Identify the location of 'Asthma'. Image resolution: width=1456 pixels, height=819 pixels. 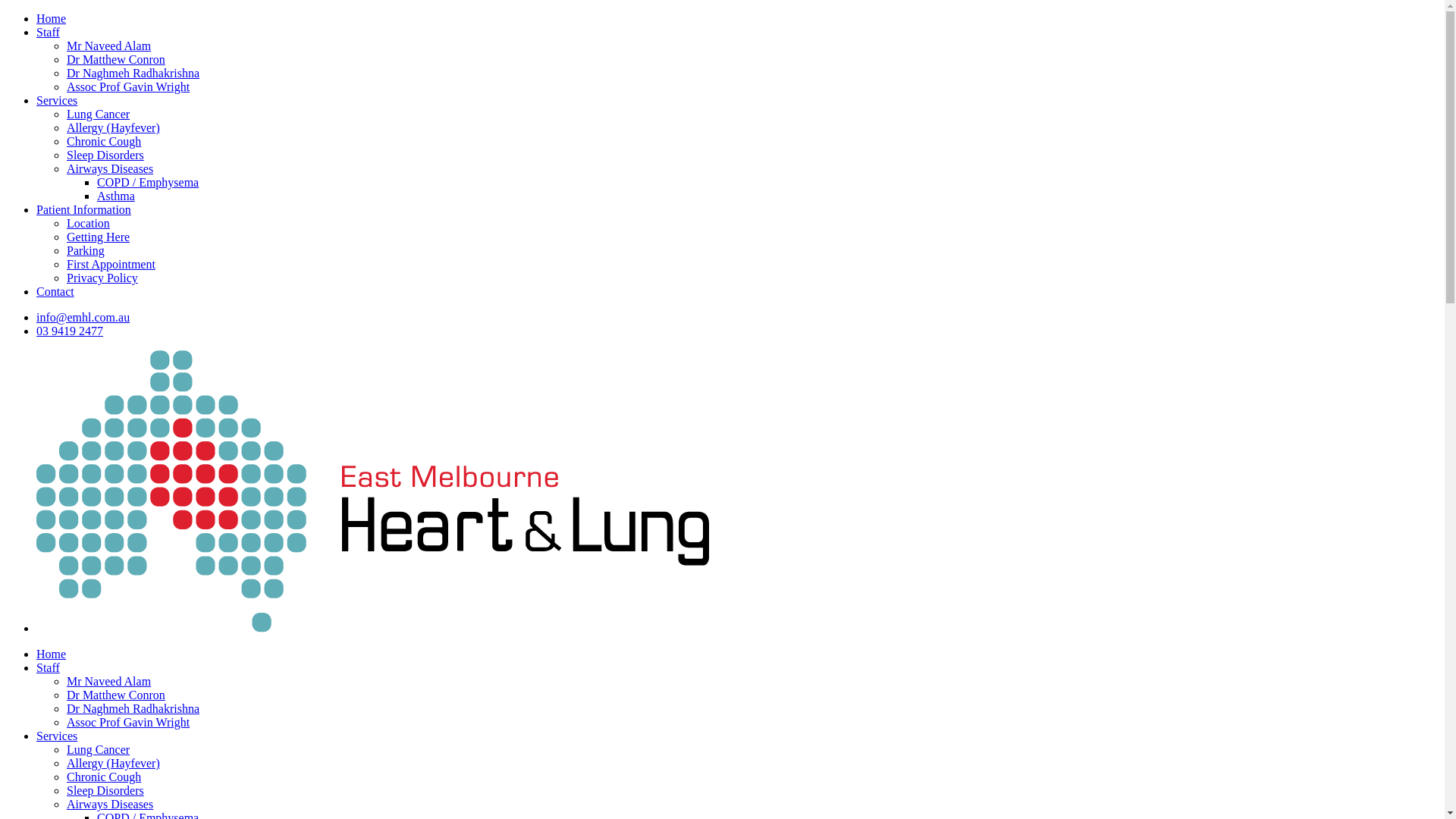
(115, 195).